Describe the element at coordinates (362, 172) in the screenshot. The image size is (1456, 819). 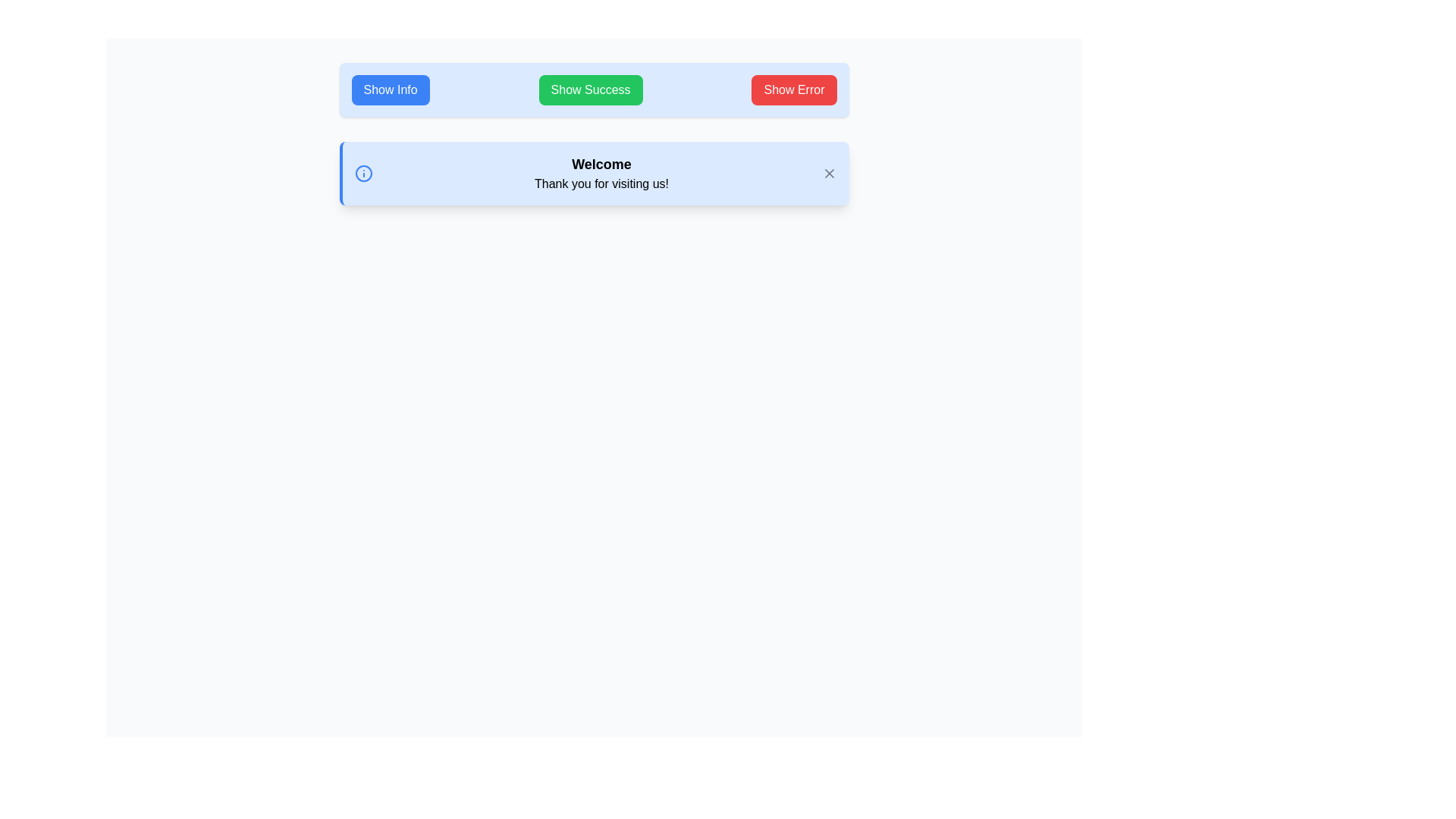
I see `the circular part of the information icon located to the left of the 'Welcome' text in the notification box` at that location.